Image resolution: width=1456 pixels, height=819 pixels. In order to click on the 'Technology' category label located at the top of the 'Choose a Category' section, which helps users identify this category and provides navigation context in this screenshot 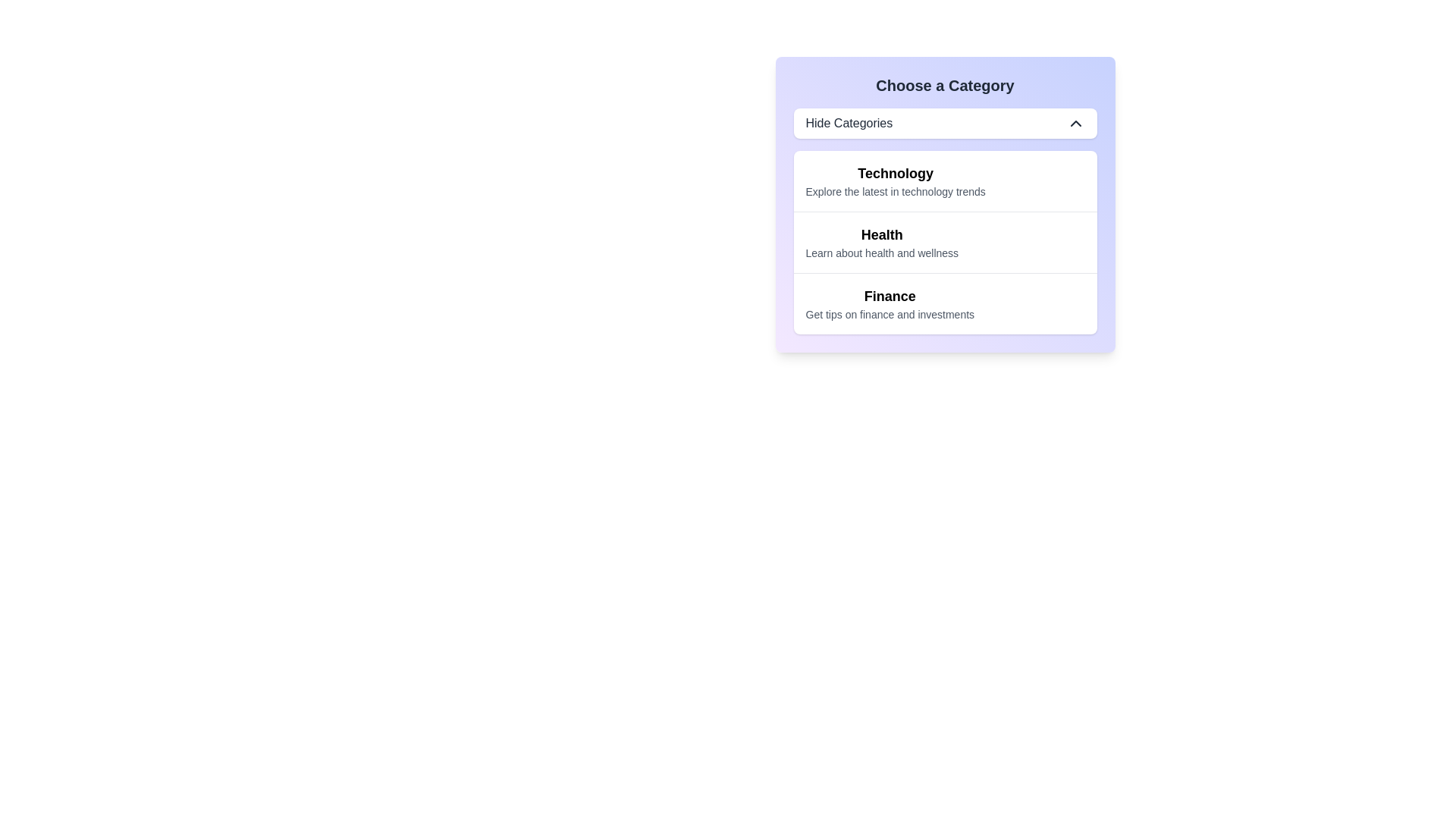, I will do `click(896, 172)`.